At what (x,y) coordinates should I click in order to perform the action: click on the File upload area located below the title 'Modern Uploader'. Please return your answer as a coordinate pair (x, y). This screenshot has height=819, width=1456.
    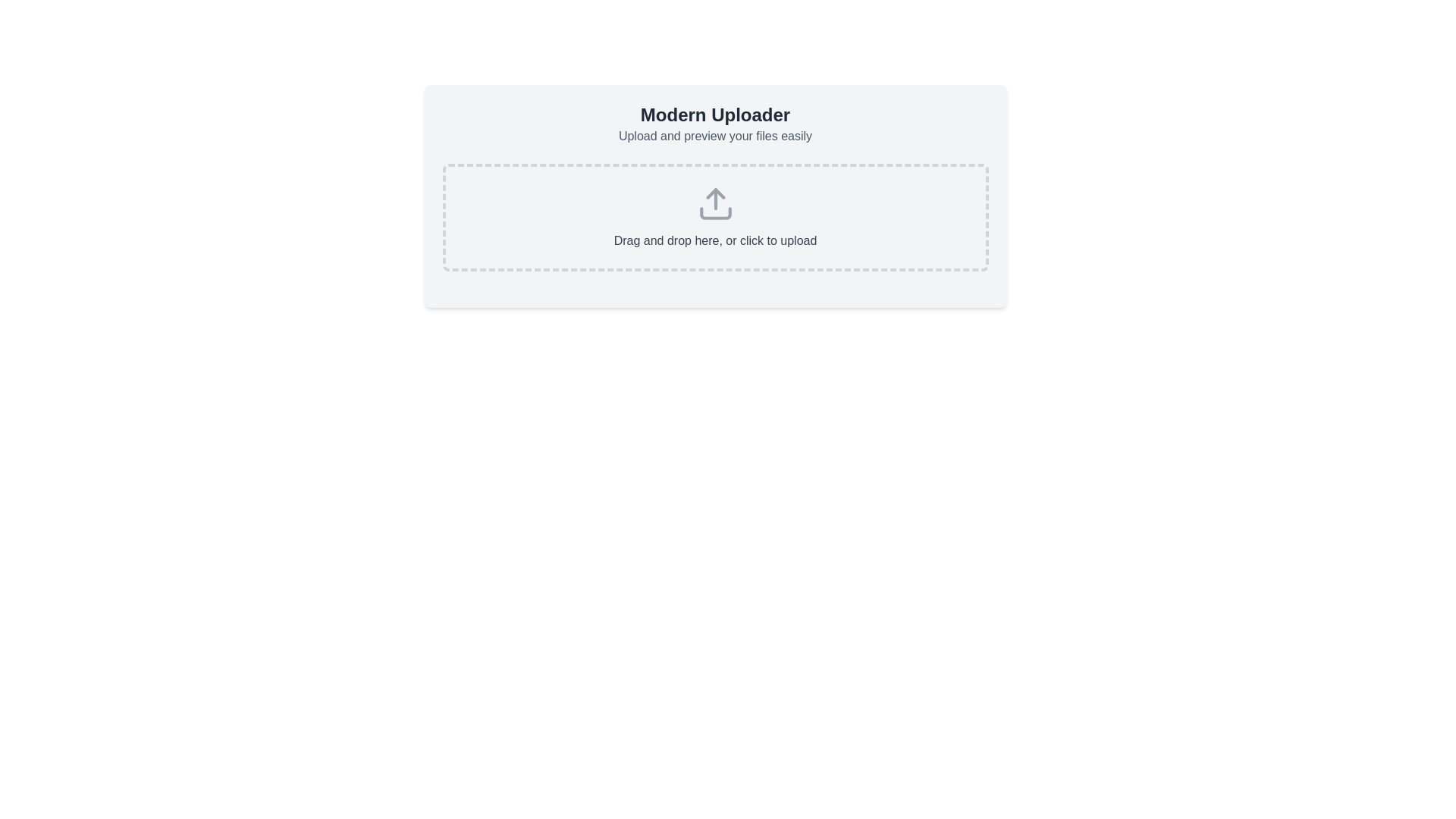
    Looking at the image, I should click on (714, 217).